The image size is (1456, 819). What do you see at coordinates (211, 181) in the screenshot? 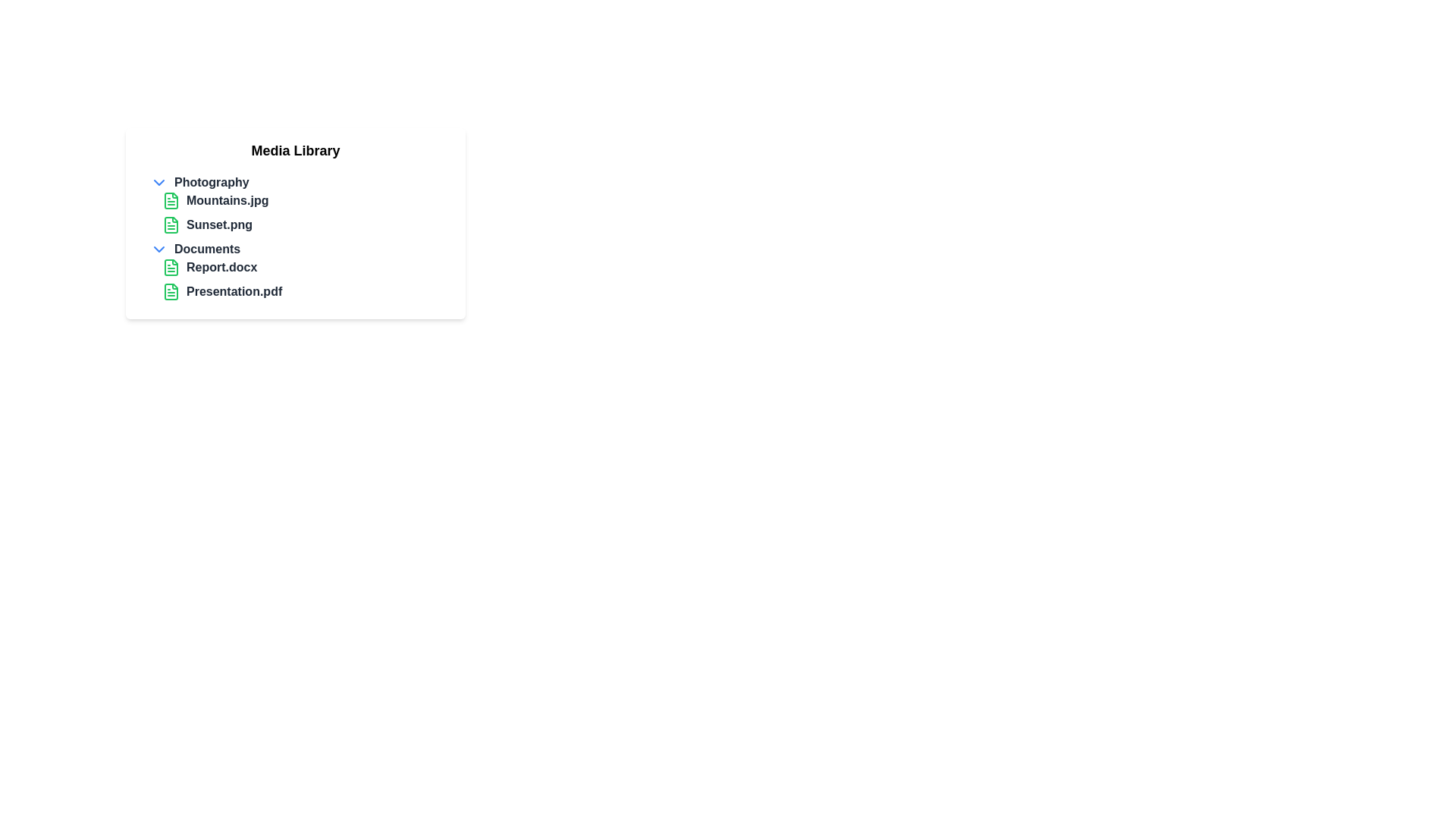
I see `the bold 'Photography' text label in dark gray font to expand or collapse the category` at bounding box center [211, 181].